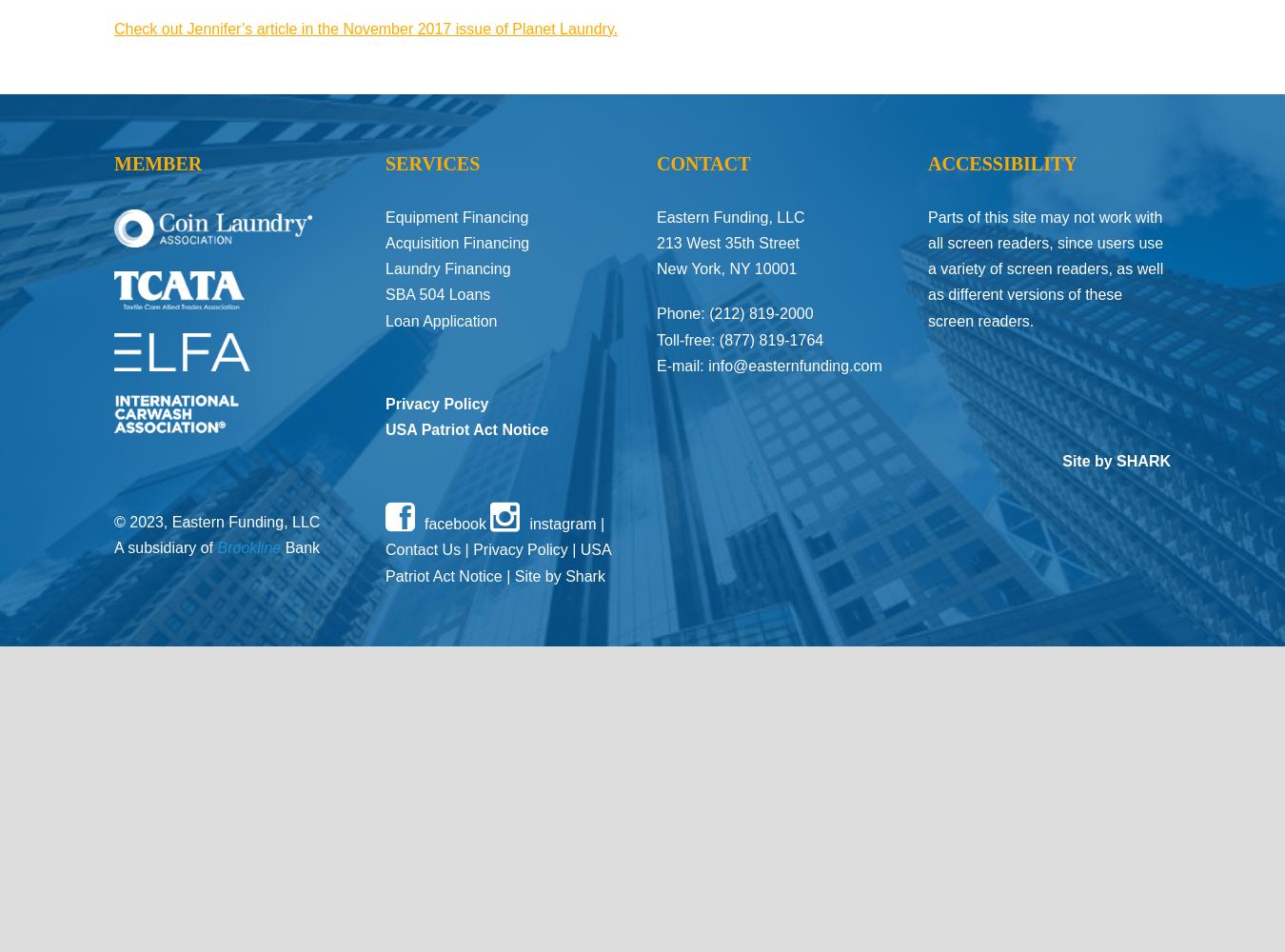 Image resolution: width=1285 pixels, height=952 pixels. Describe the element at coordinates (436, 294) in the screenshot. I see `'SBA 504 Loans'` at that location.